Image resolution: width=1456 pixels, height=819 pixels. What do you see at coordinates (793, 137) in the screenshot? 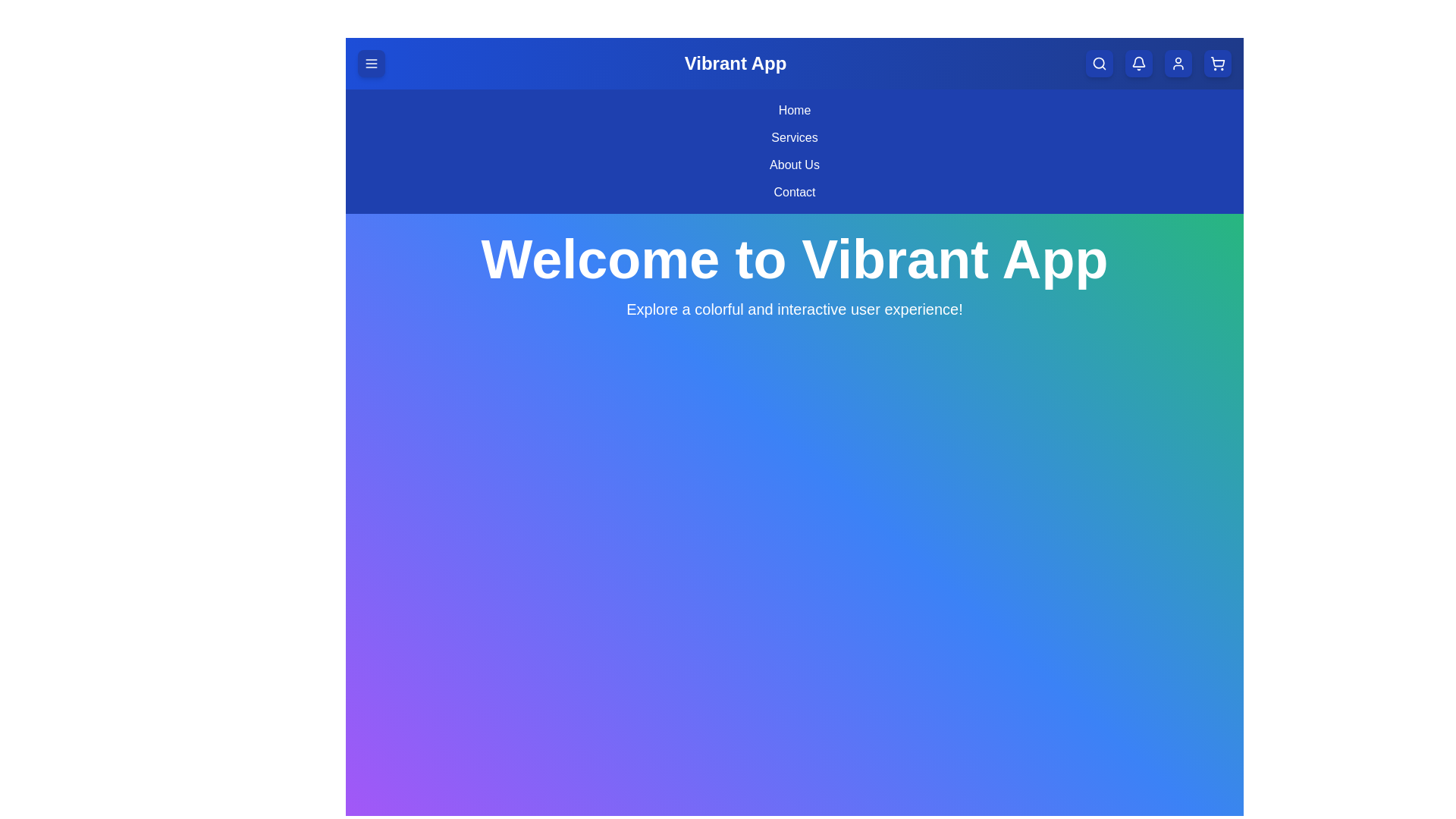
I see `the navigation menu item Services` at bounding box center [793, 137].